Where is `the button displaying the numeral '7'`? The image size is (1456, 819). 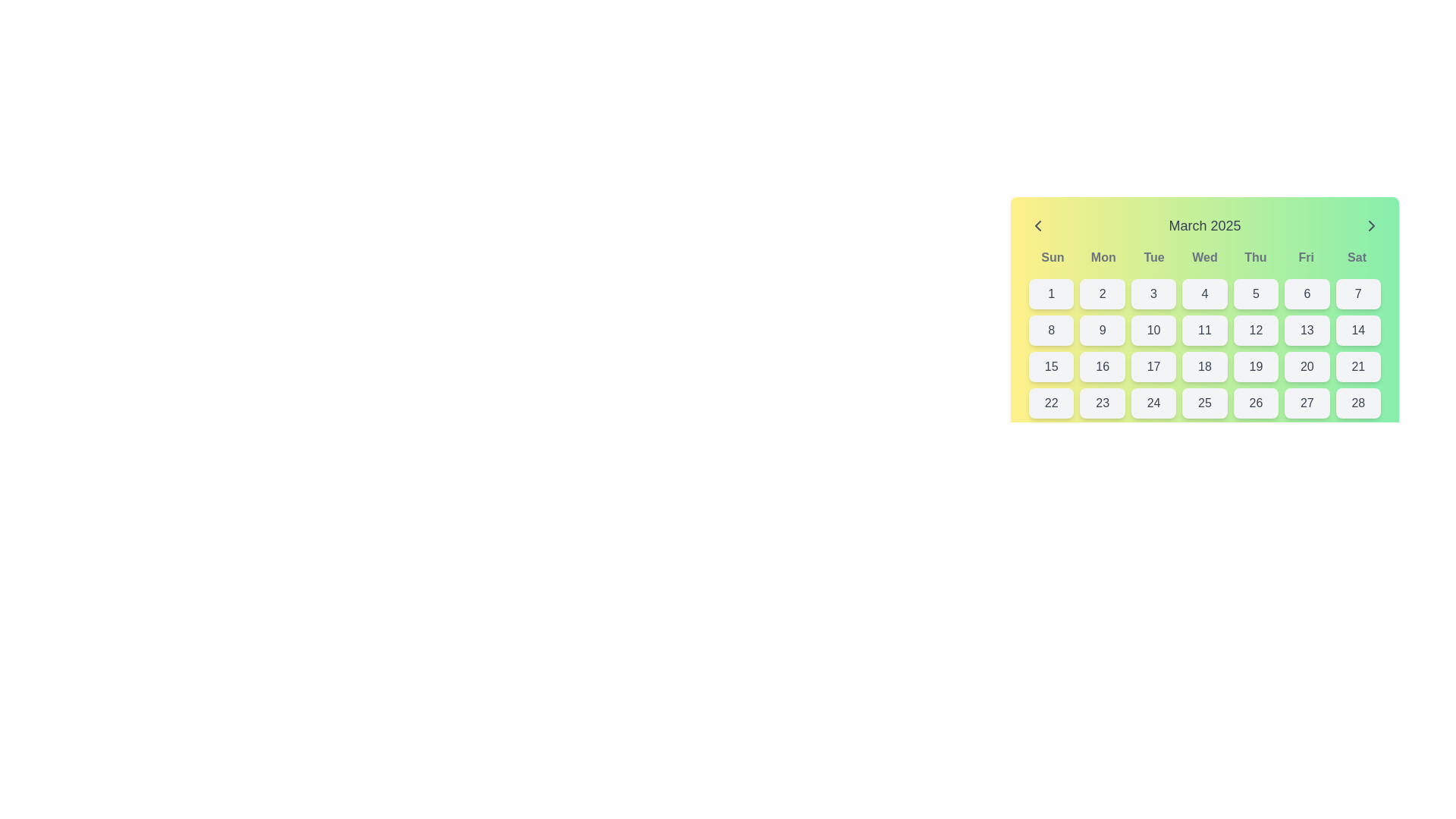 the button displaying the numeral '7' is located at coordinates (1358, 294).